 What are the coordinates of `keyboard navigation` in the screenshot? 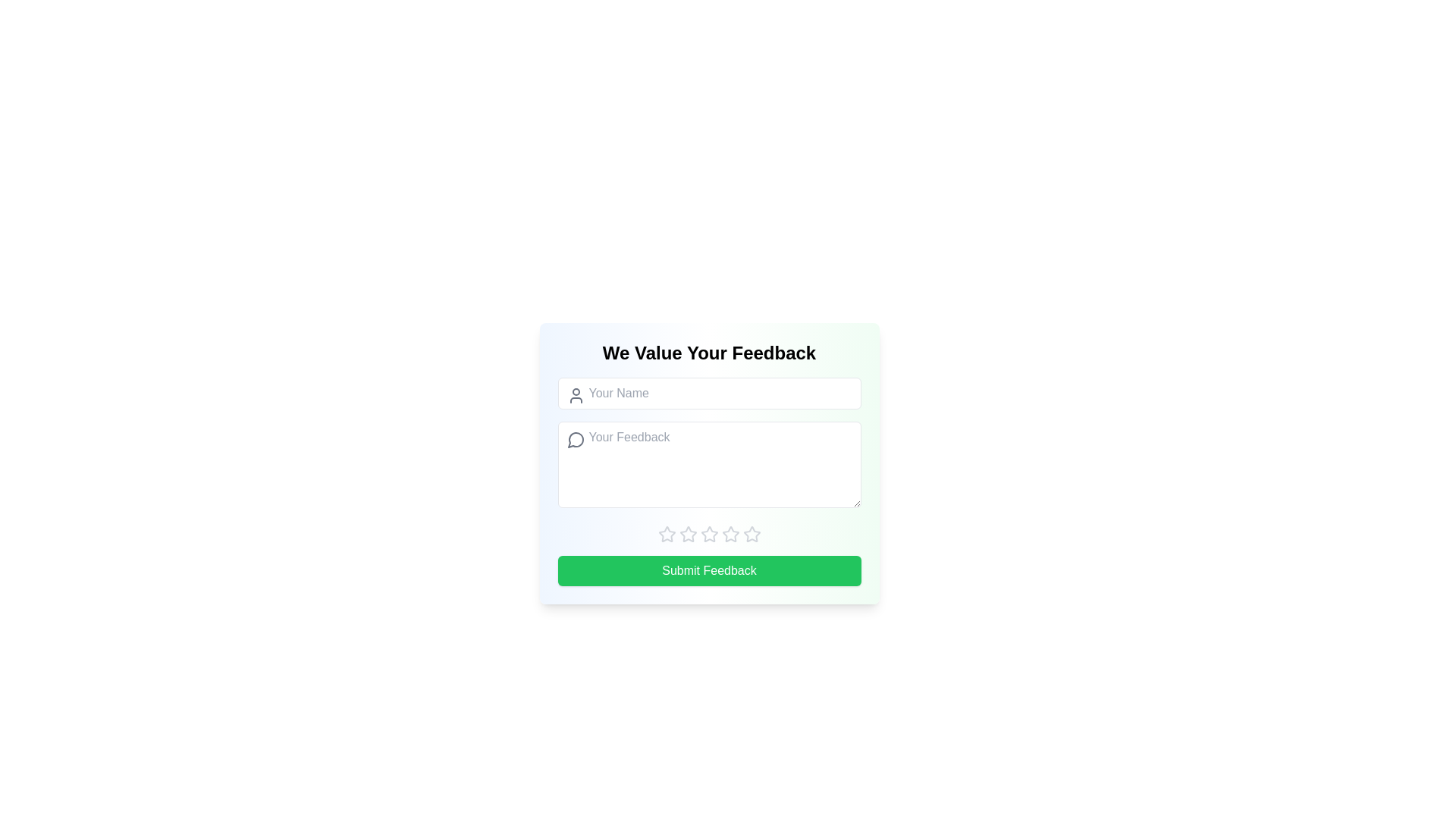 It's located at (752, 534).